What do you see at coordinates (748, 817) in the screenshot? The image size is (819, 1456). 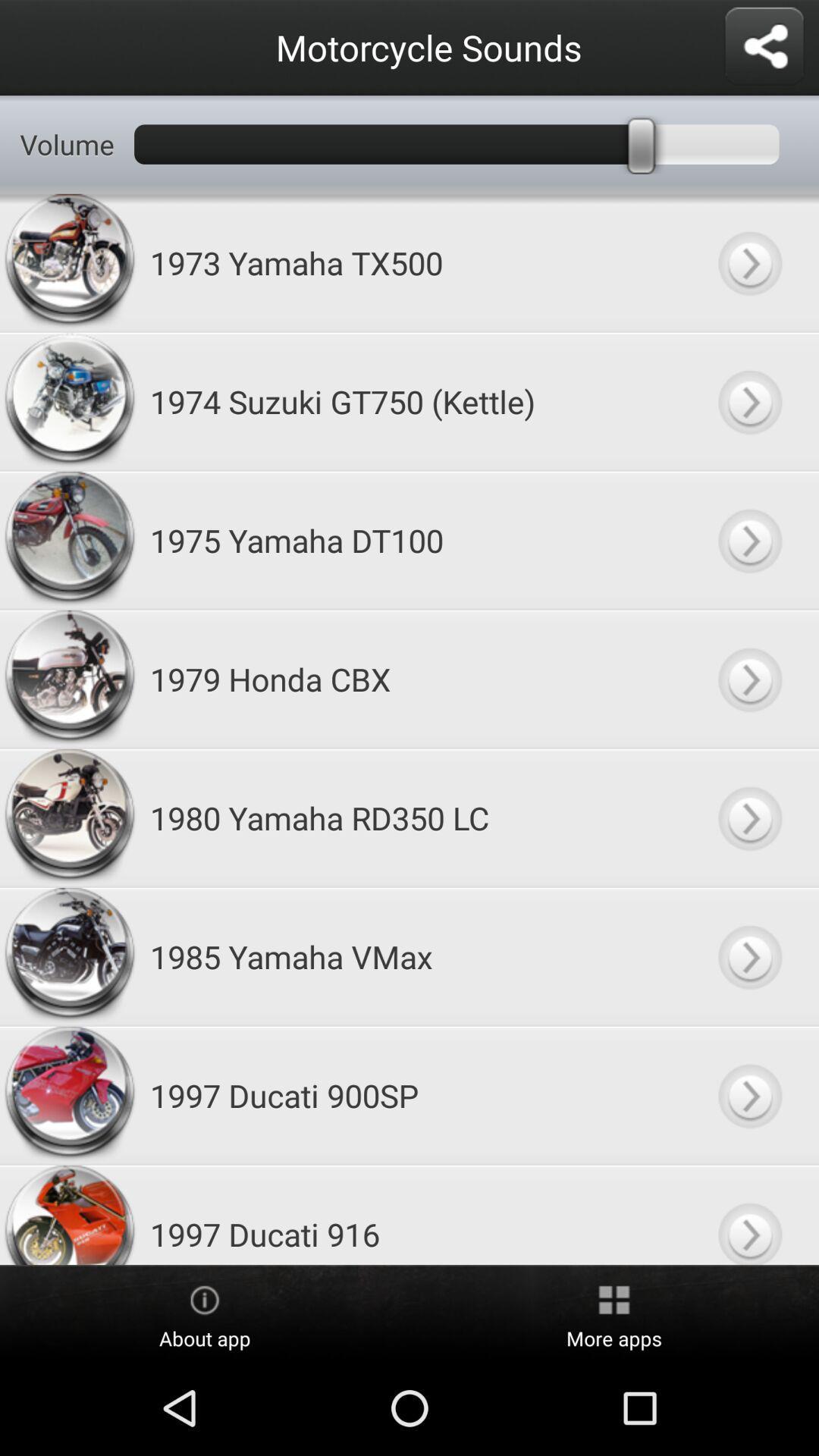 I see `go and search` at bounding box center [748, 817].